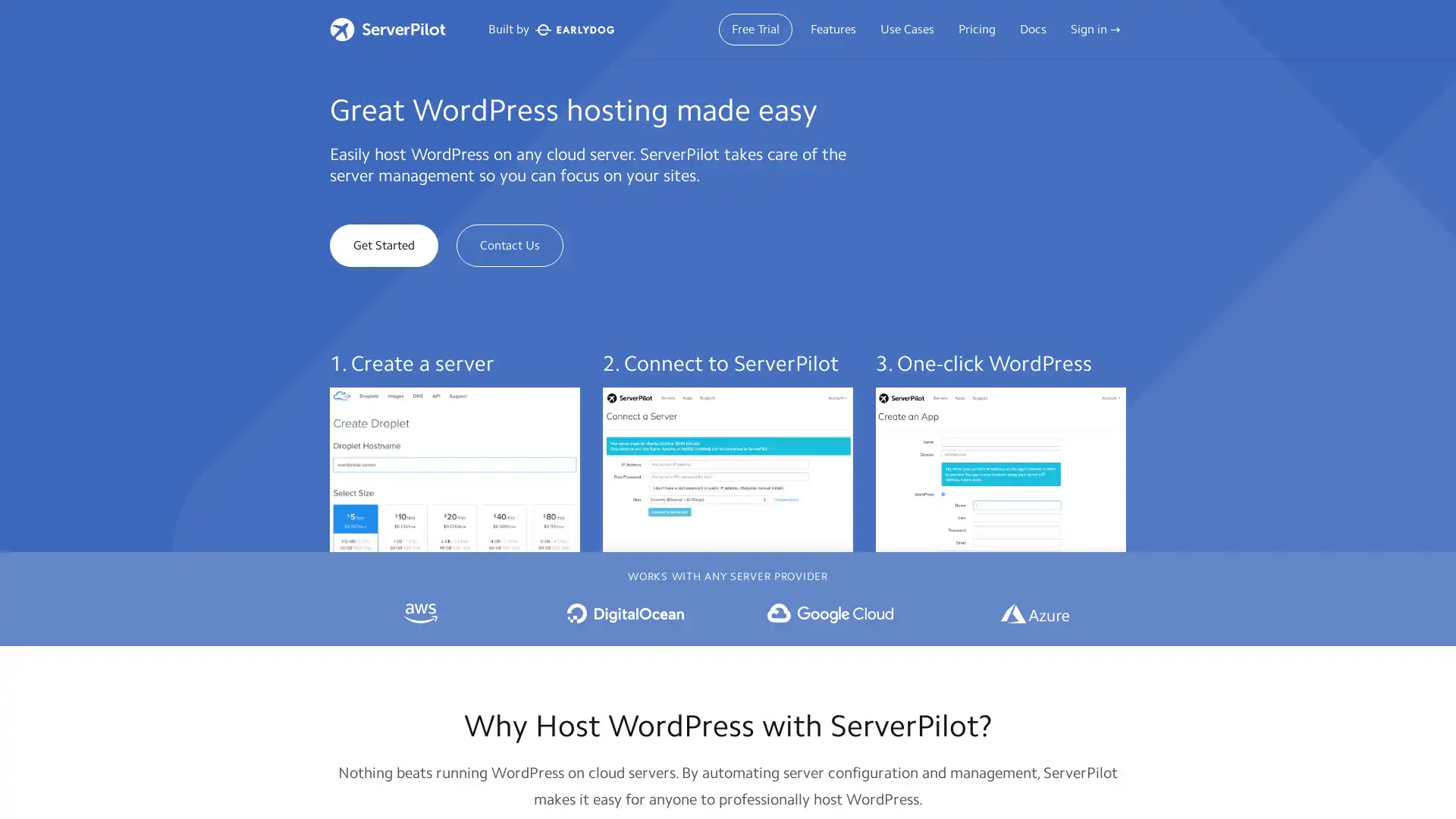 This screenshot has height=819, width=1456. What do you see at coordinates (755, 29) in the screenshot?
I see `Free Trial` at bounding box center [755, 29].